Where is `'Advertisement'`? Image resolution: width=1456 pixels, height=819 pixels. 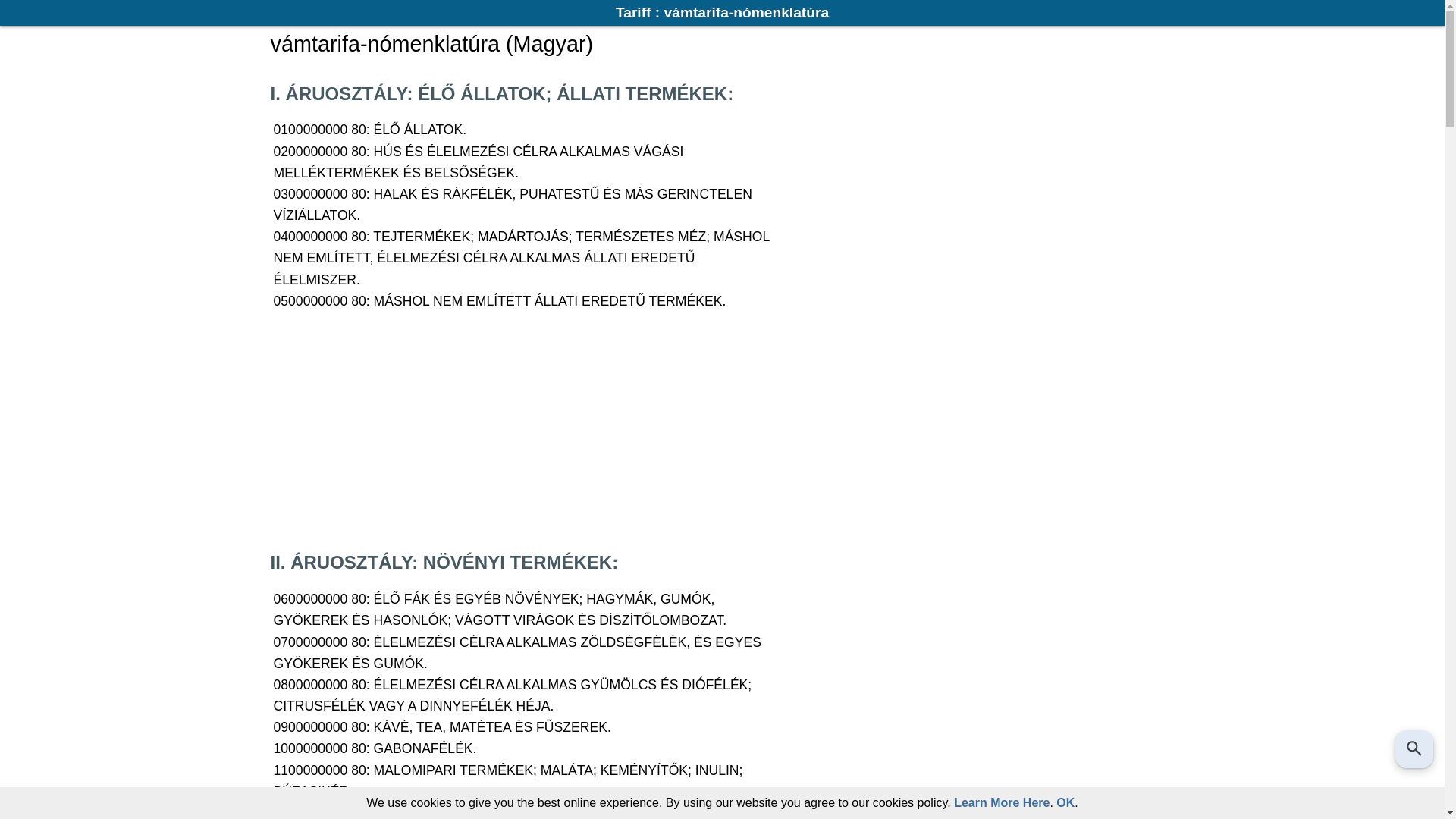 'Advertisement' is located at coordinates (269, 430).